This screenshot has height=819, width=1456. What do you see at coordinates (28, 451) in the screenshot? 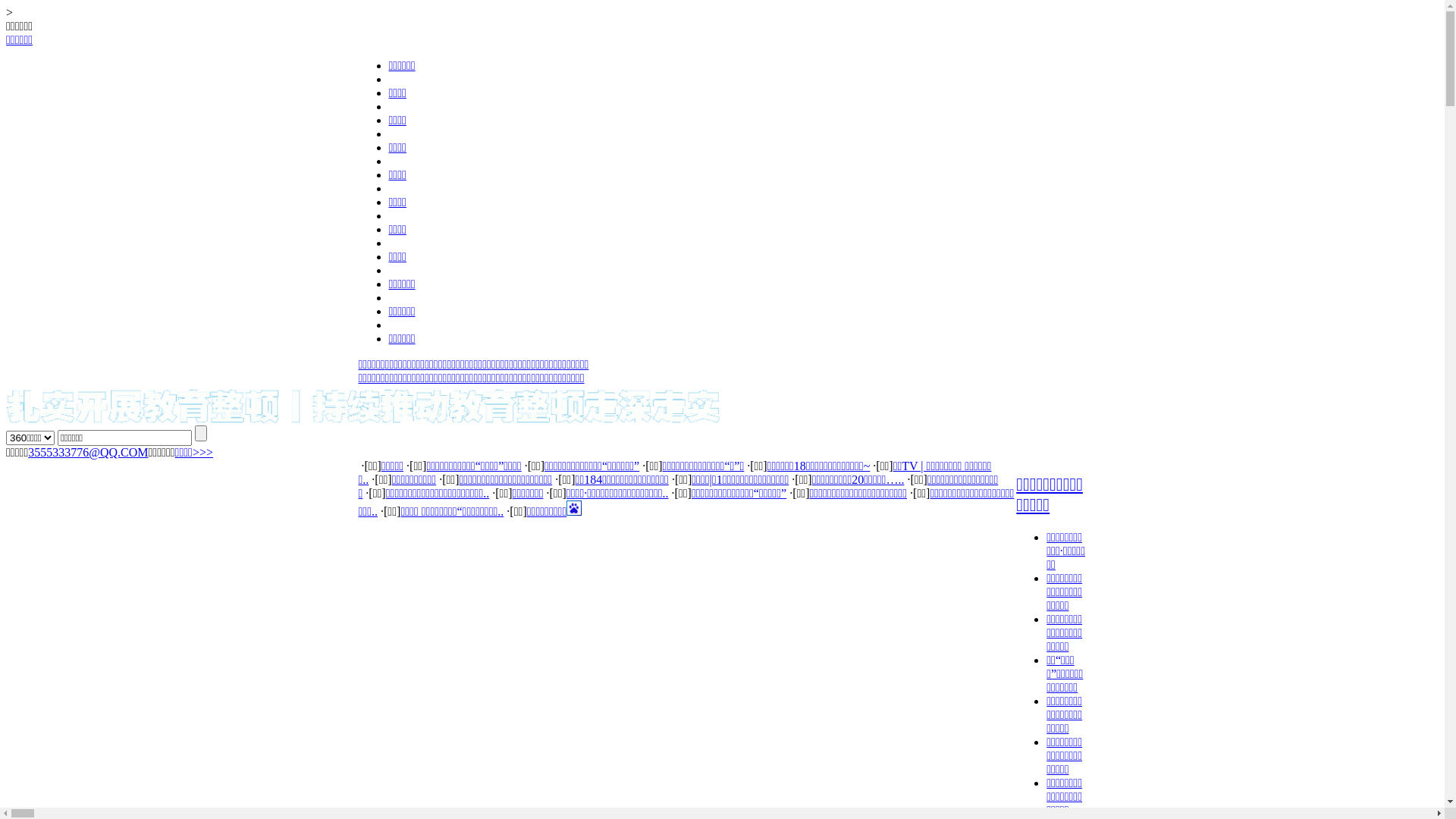
I see `'3555333776@QQ.COM'` at bounding box center [28, 451].